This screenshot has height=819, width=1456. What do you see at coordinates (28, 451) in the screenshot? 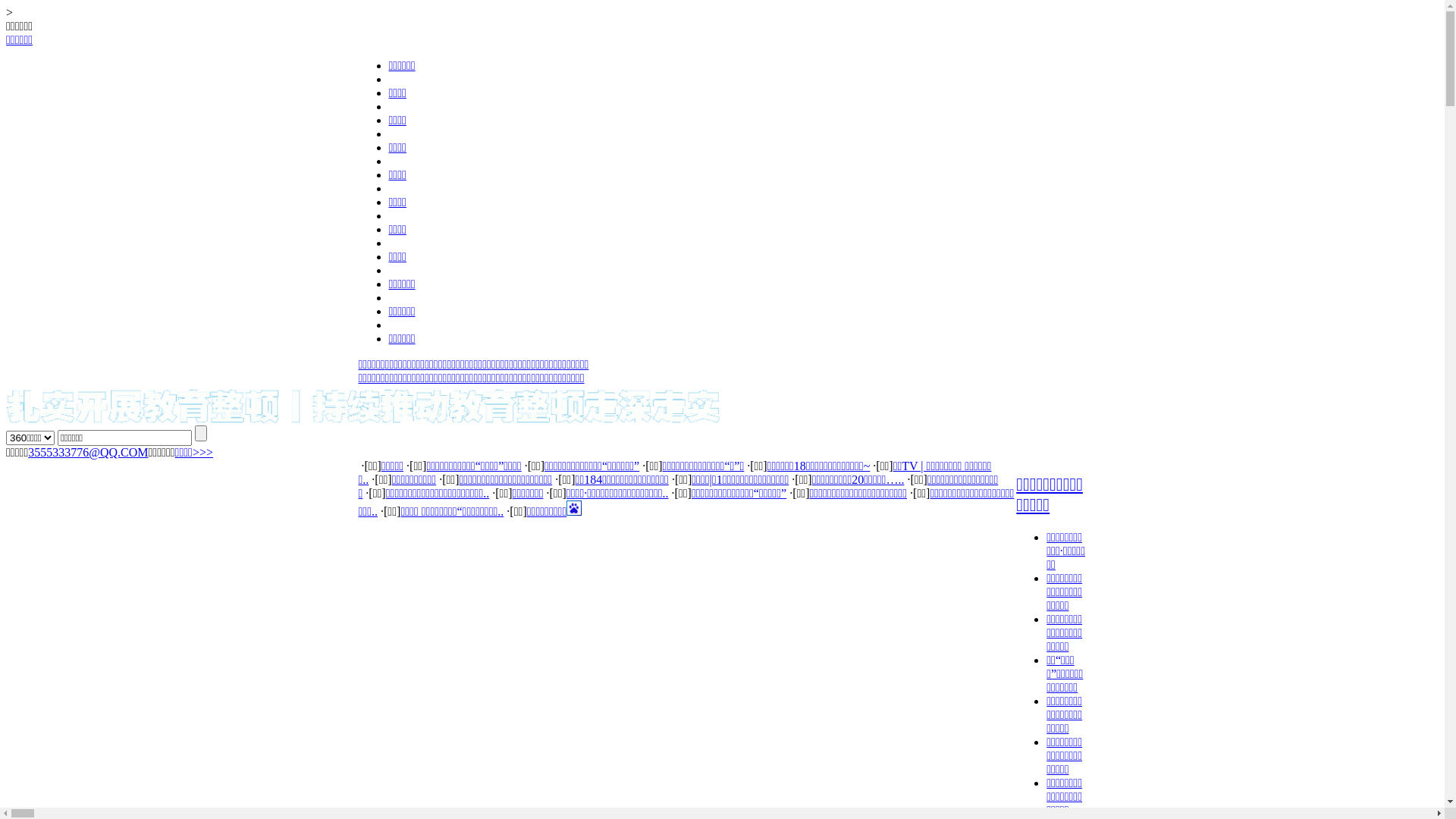
I see `'3555333776@QQ.COM'` at bounding box center [28, 451].